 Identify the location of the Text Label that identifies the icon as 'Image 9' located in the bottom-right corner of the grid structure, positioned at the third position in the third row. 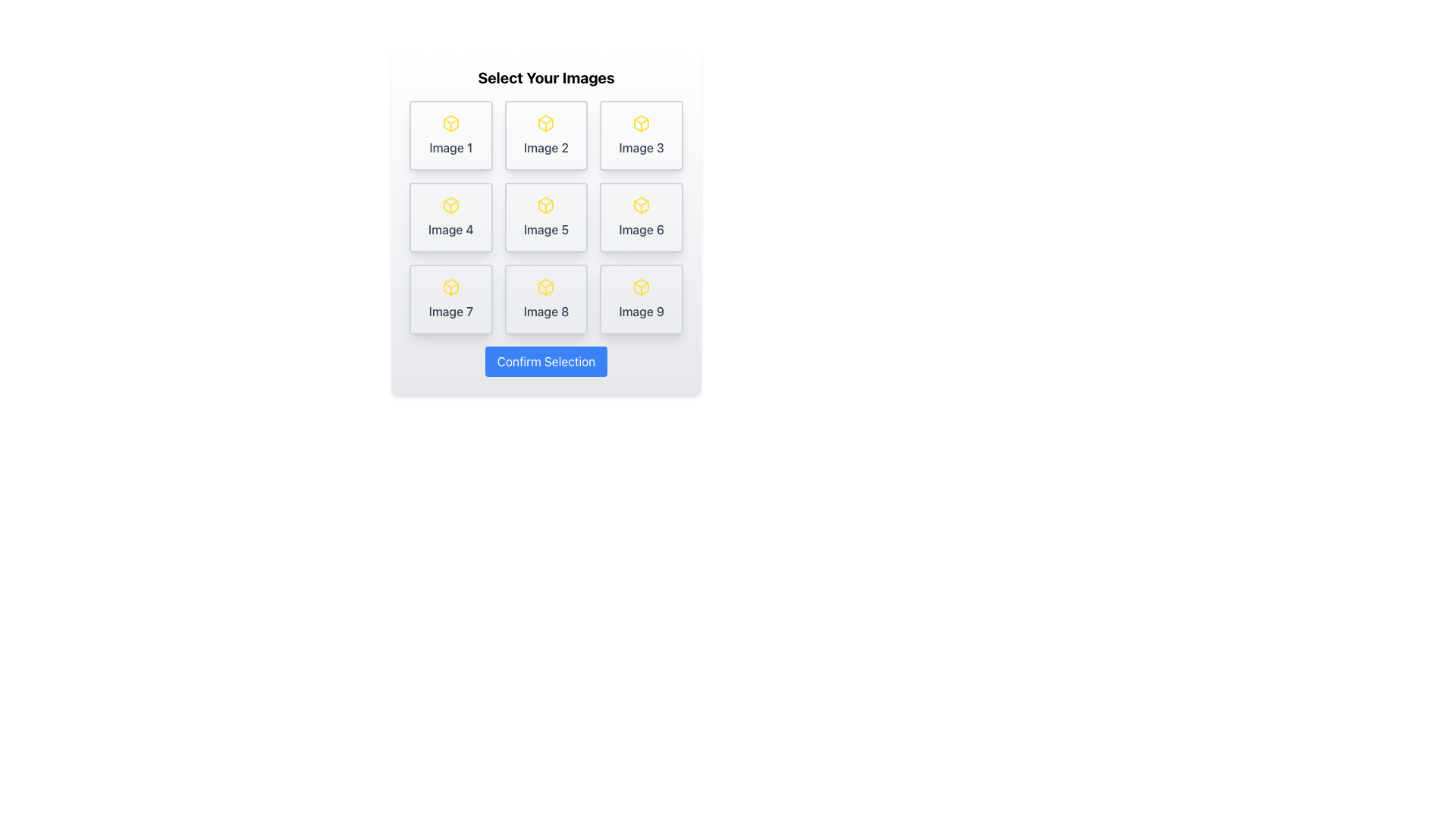
(642, 311).